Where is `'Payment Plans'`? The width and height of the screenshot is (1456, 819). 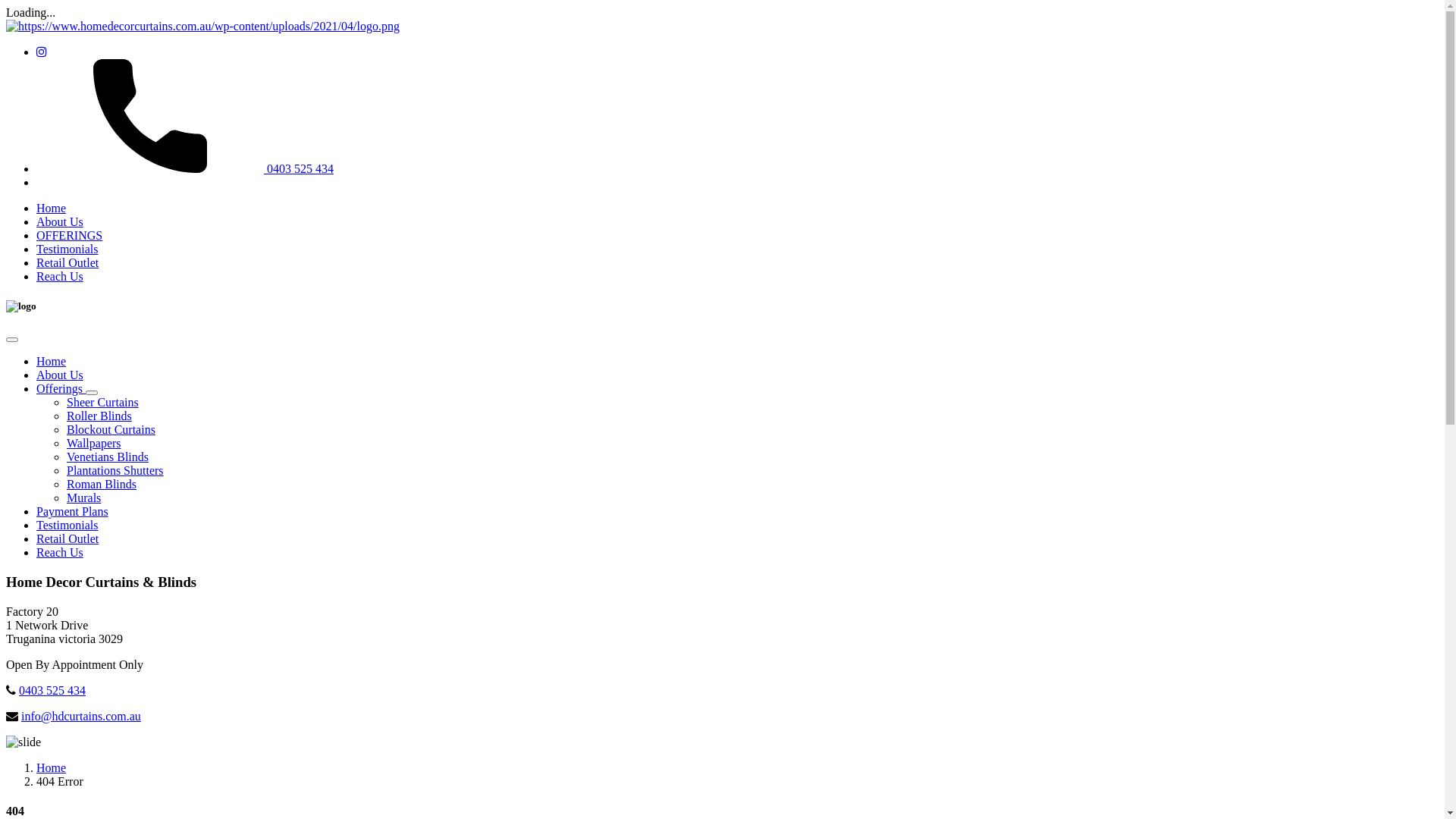
'Payment Plans' is located at coordinates (71, 511).